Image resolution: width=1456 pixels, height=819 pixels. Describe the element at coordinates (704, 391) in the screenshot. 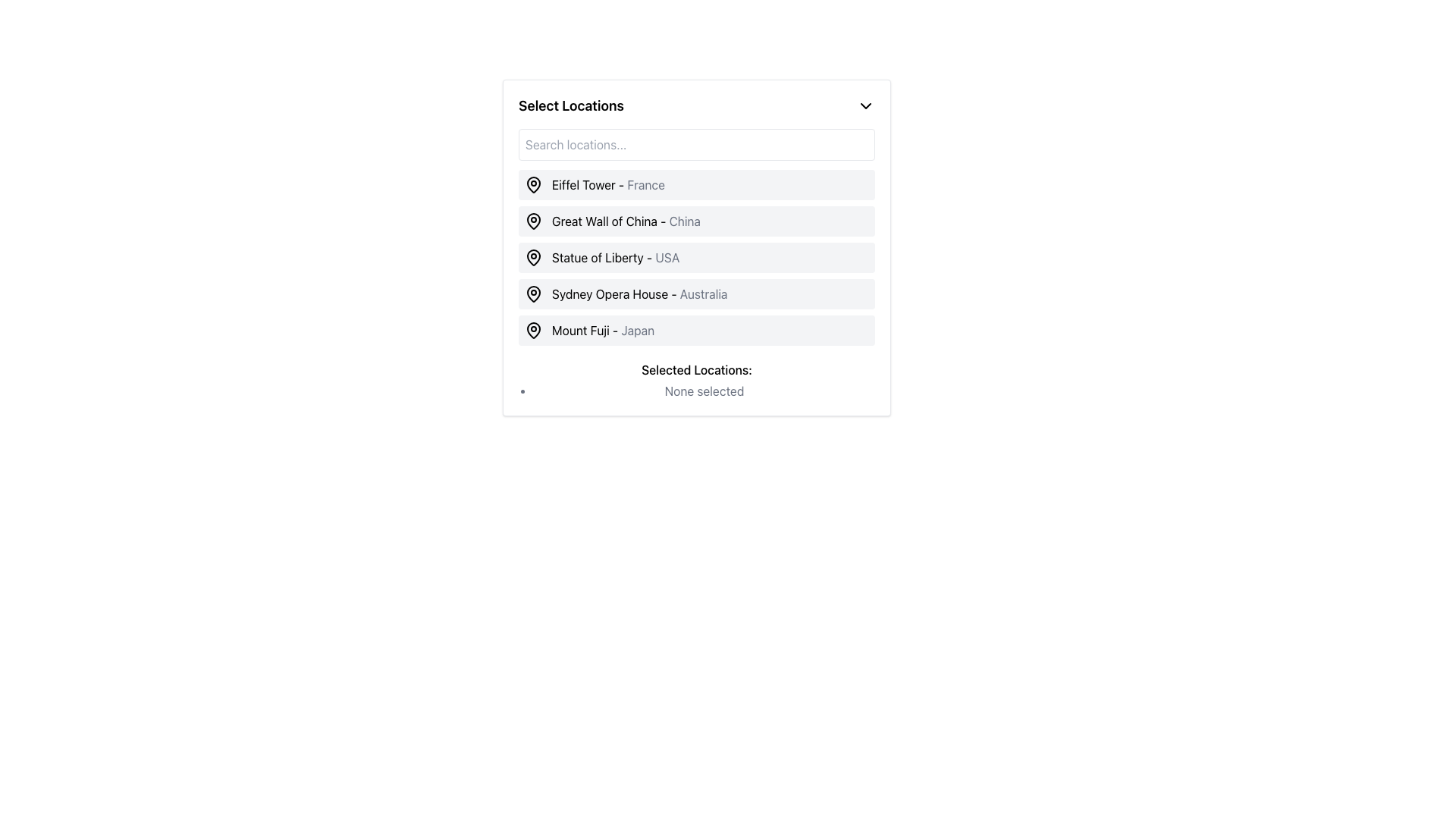

I see `the 'None selected' text label element, which indicates the current selection status and is located below the 'Selected Locations:' title` at that location.